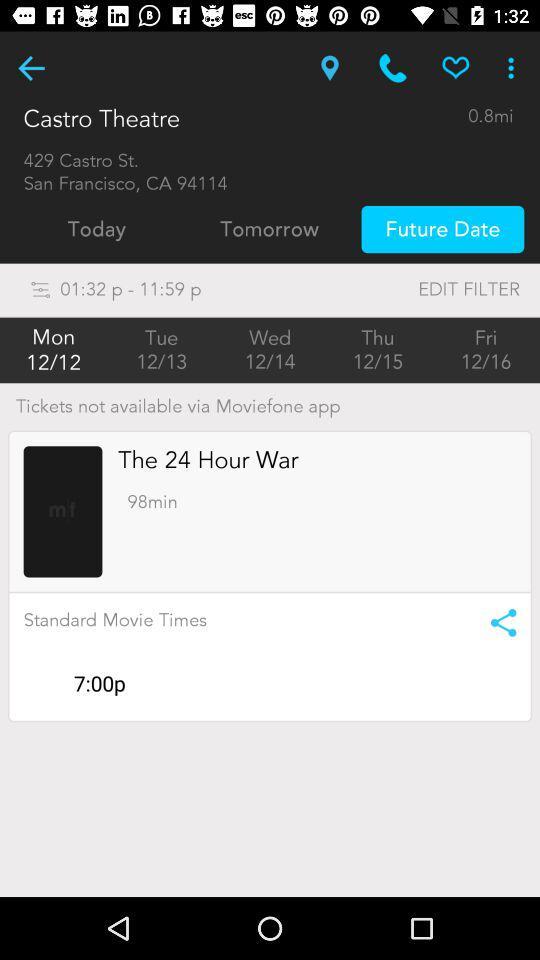 This screenshot has width=540, height=960. Describe the element at coordinates (496, 621) in the screenshot. I see `share` at that location.